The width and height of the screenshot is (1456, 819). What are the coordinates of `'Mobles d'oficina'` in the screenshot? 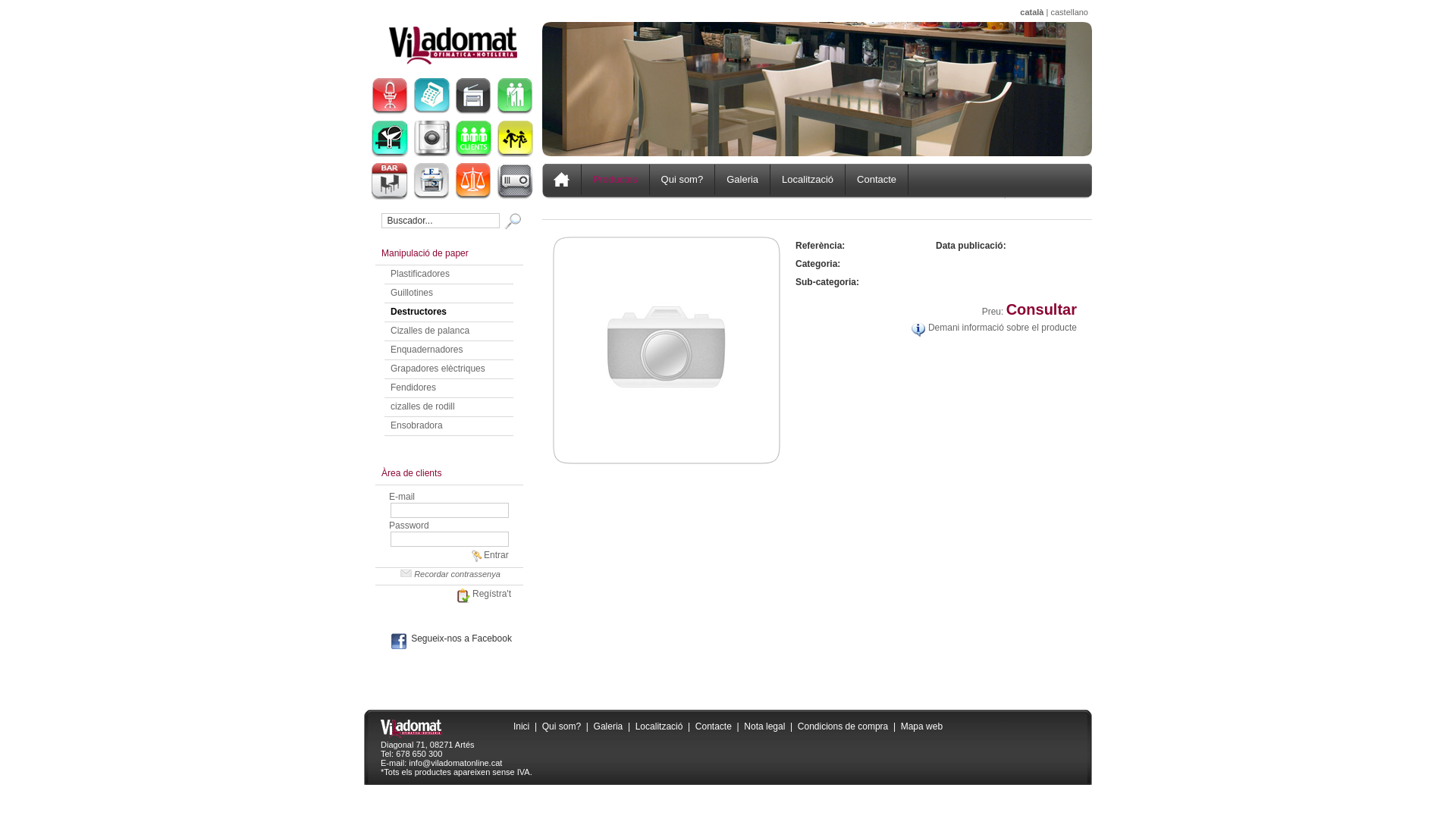 It's located at (389, 96).